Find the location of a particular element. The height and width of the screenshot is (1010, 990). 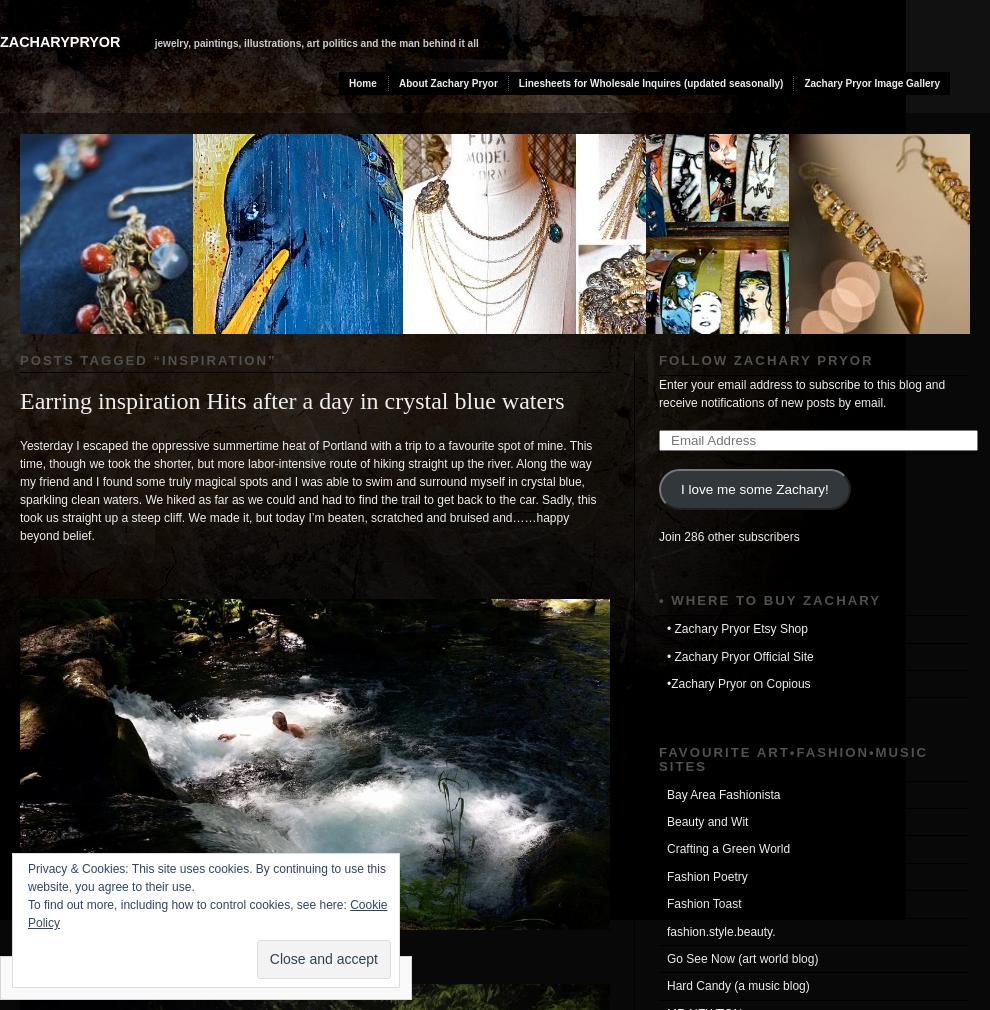

'To find out more, including how to control cookies, see here:' is located at coordinates (188, 904).